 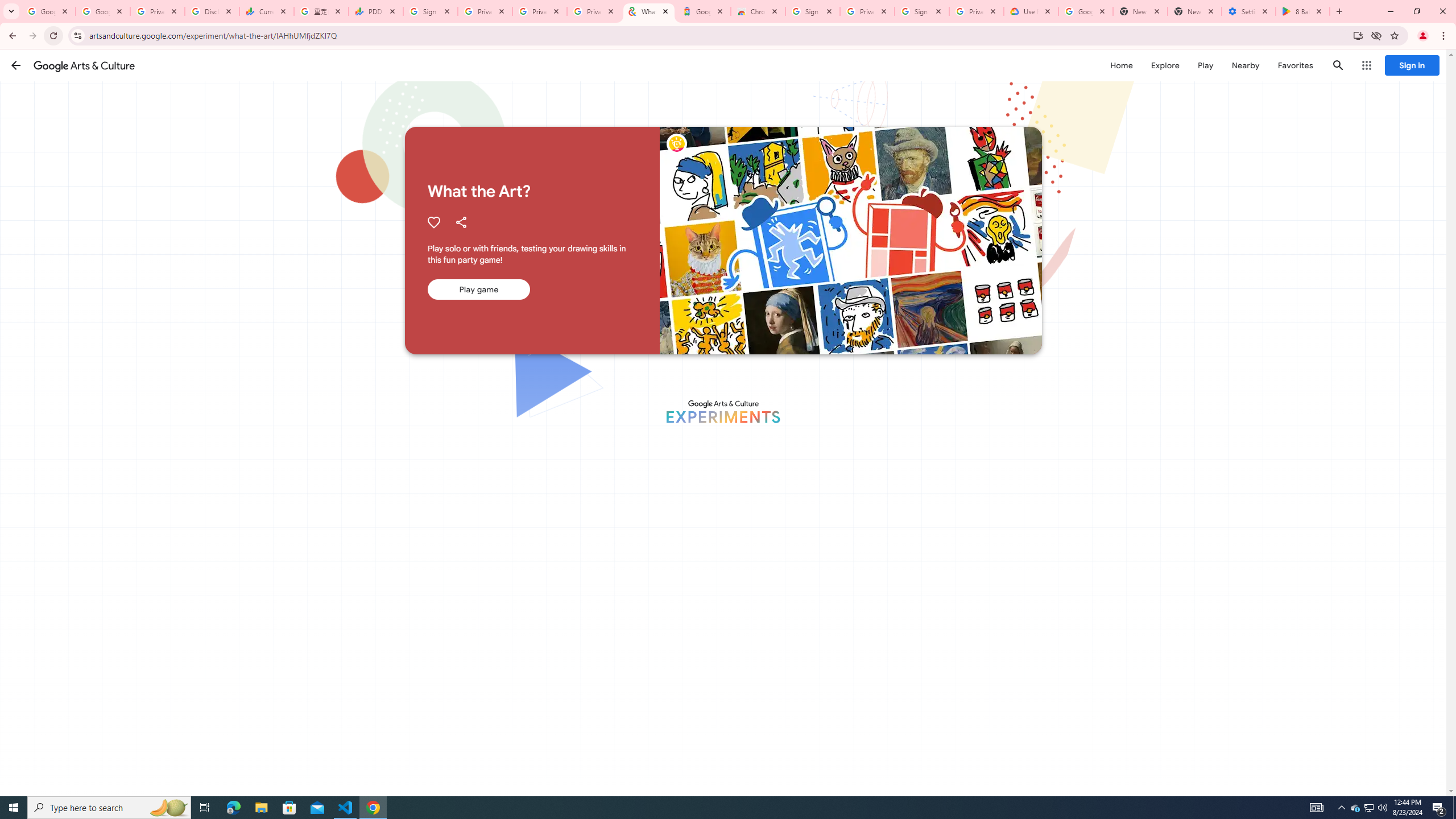 I want to click on 'Settings - System', so click(x=1249, y=11).